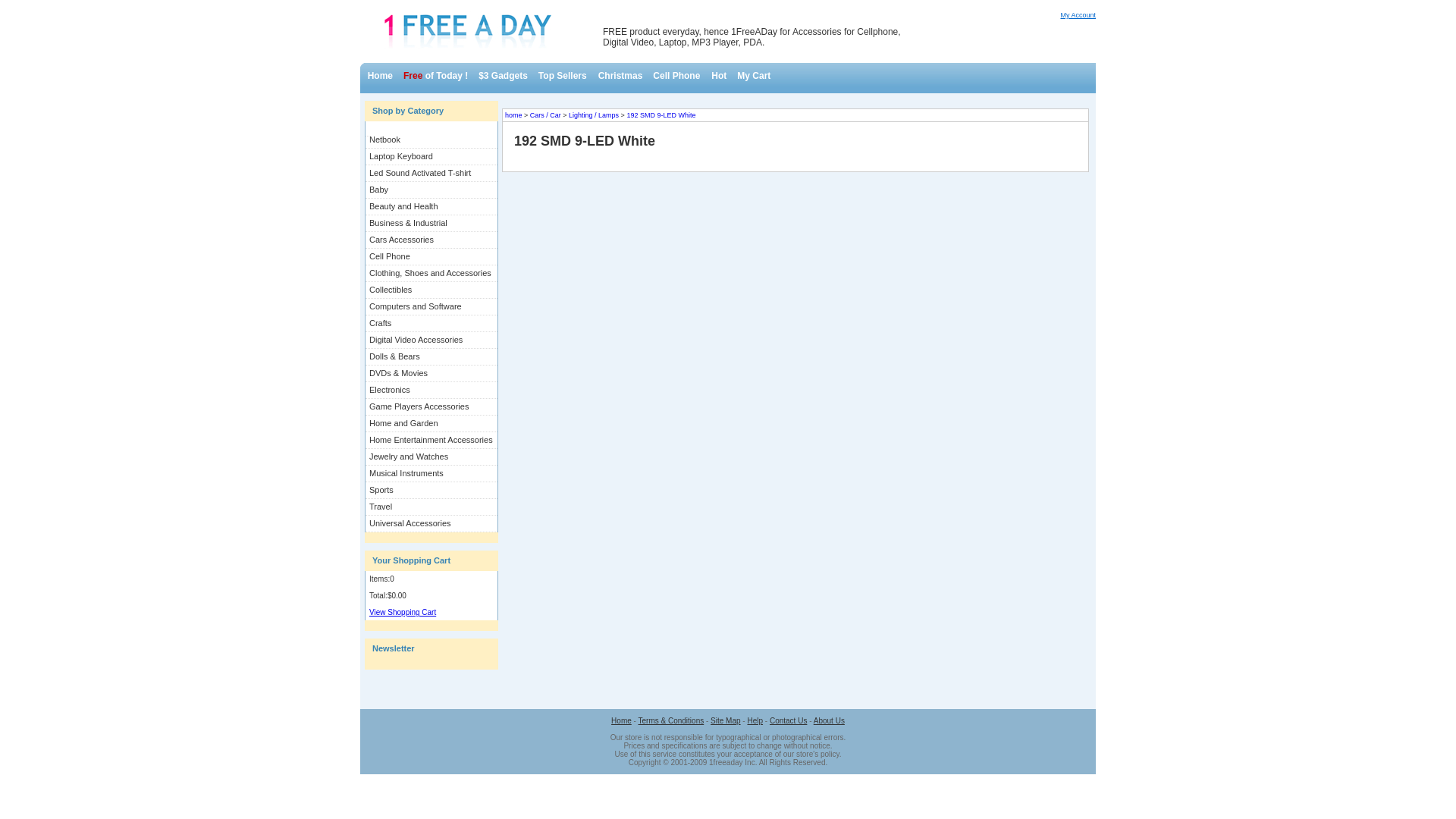  Describe the element at coordinates (670, 720) in the screenshot. I see `'Terms & Conditions'` at that location.